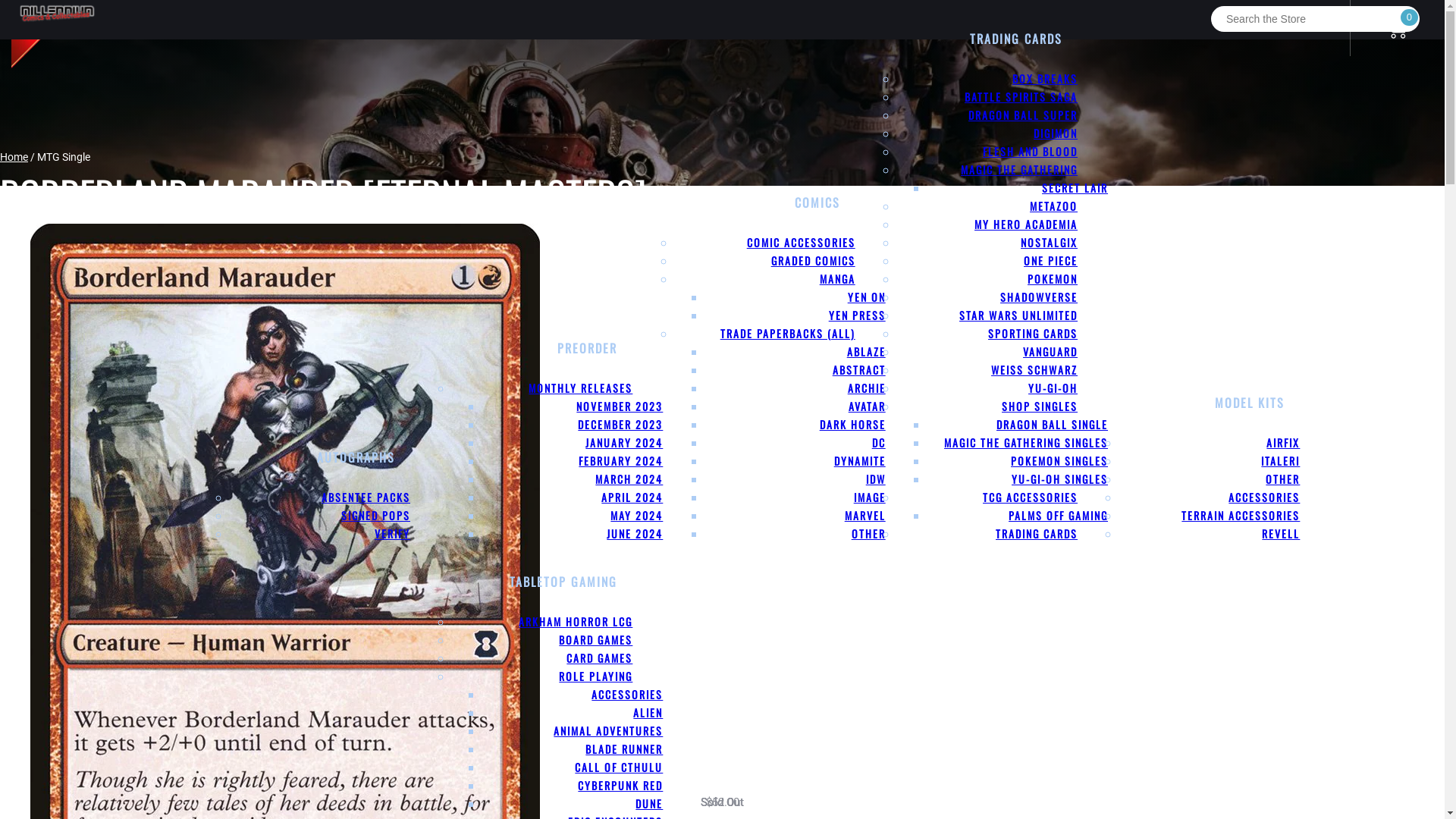  I want to click on 'OTHER', so click(868, 532).